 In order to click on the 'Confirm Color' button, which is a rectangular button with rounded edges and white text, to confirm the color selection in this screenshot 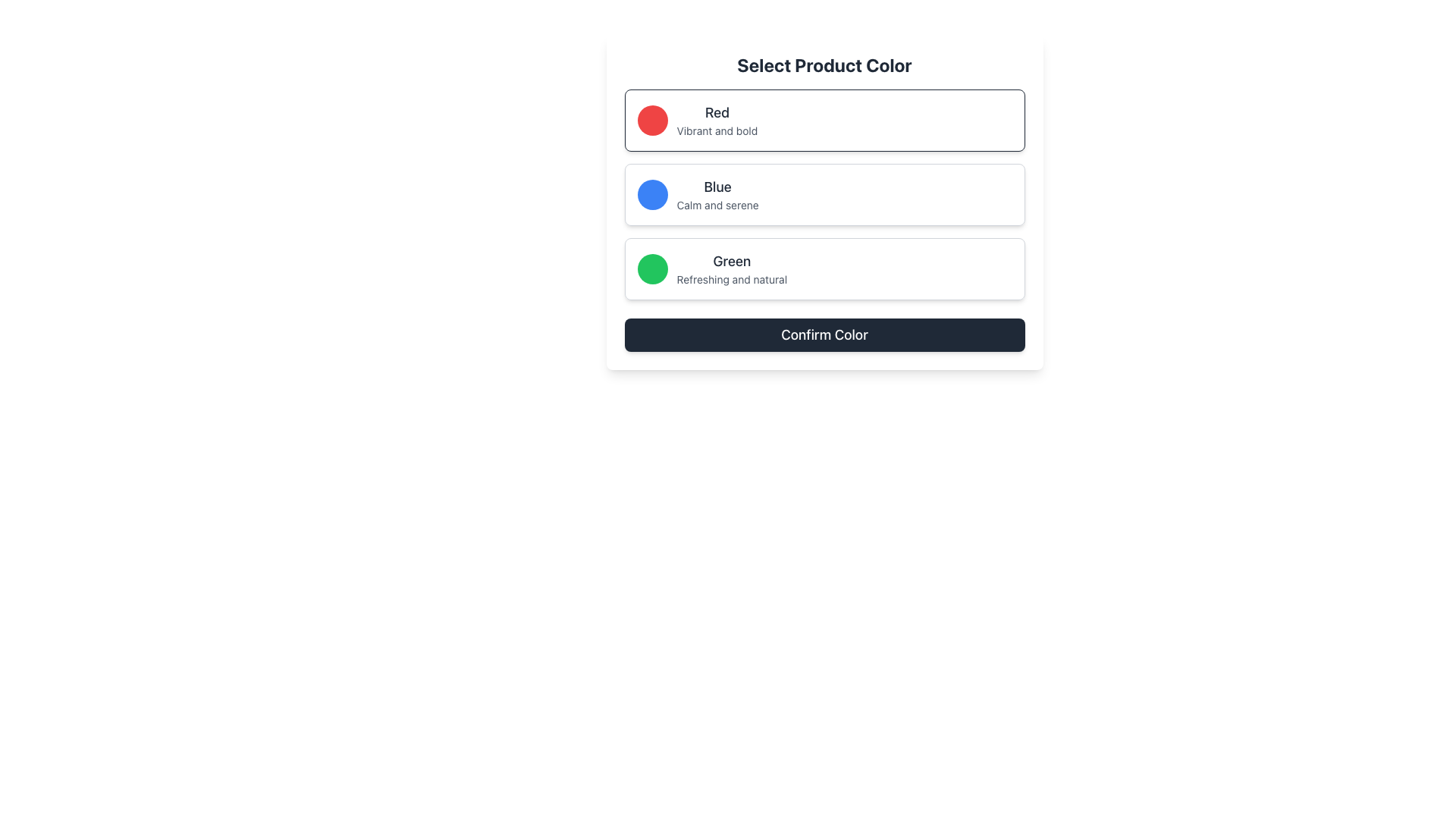, I will do `click(824, 334)`.